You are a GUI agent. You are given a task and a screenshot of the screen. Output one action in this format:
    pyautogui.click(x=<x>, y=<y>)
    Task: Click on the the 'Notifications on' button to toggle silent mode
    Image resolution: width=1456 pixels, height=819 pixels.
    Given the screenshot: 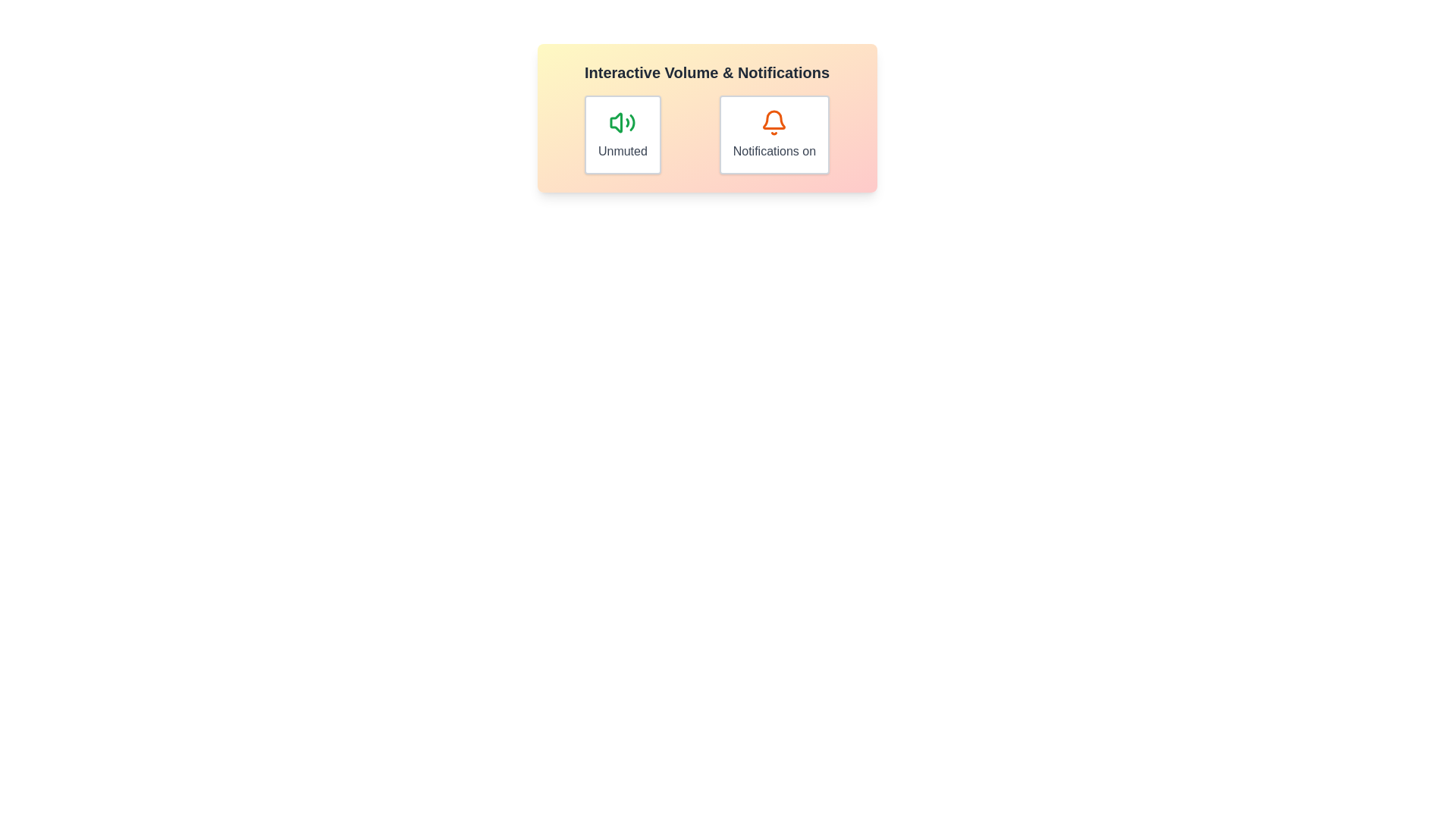 What is the action you would take?
    pyautogui.click(x=774, y=133)
    